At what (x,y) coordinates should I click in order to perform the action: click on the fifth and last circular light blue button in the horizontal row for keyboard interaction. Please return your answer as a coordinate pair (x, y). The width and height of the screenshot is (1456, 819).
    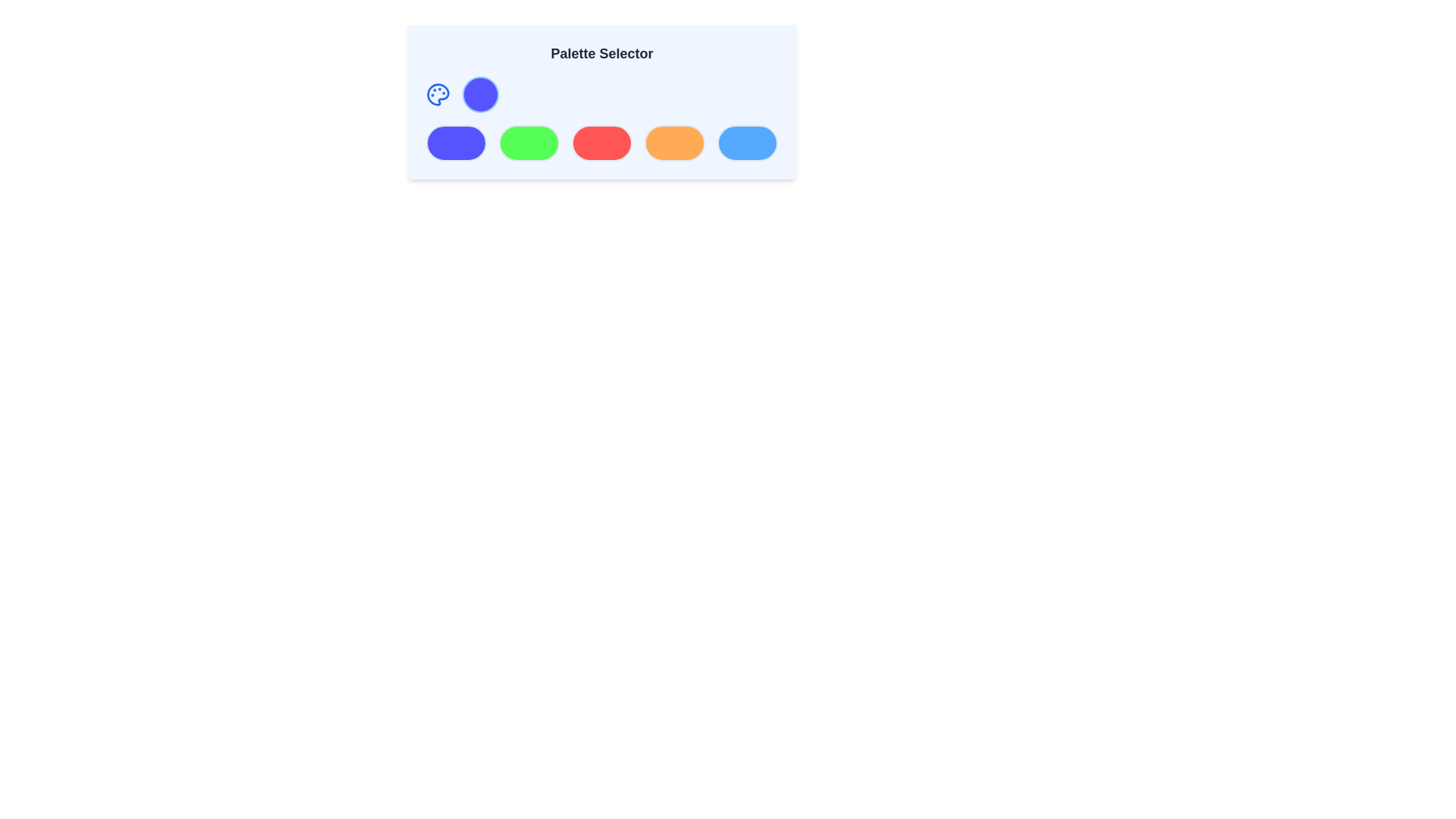
    Looking at the image, I should click on (747, 143).